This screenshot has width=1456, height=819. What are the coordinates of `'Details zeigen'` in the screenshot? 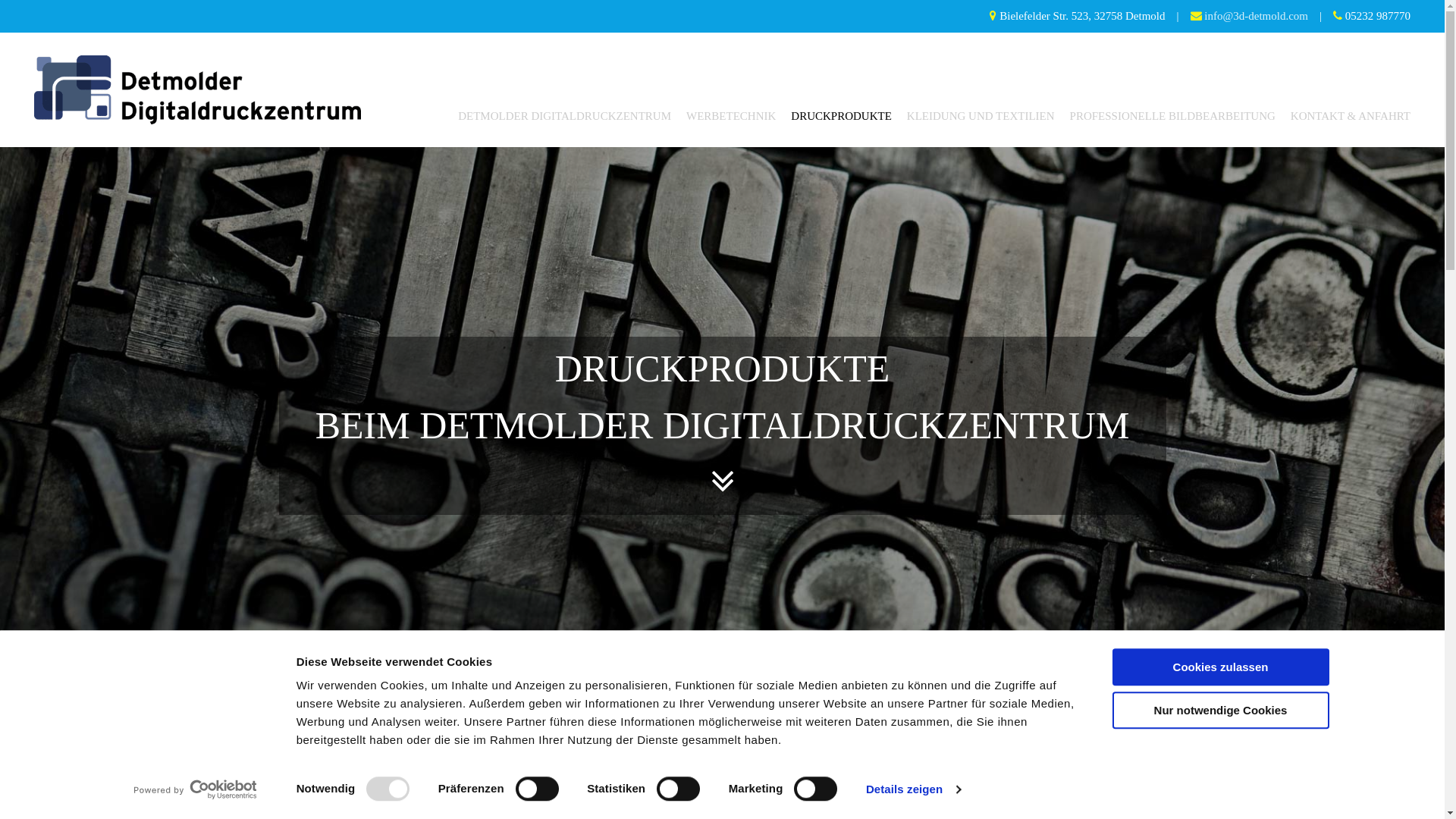 It's located at (866, 789).